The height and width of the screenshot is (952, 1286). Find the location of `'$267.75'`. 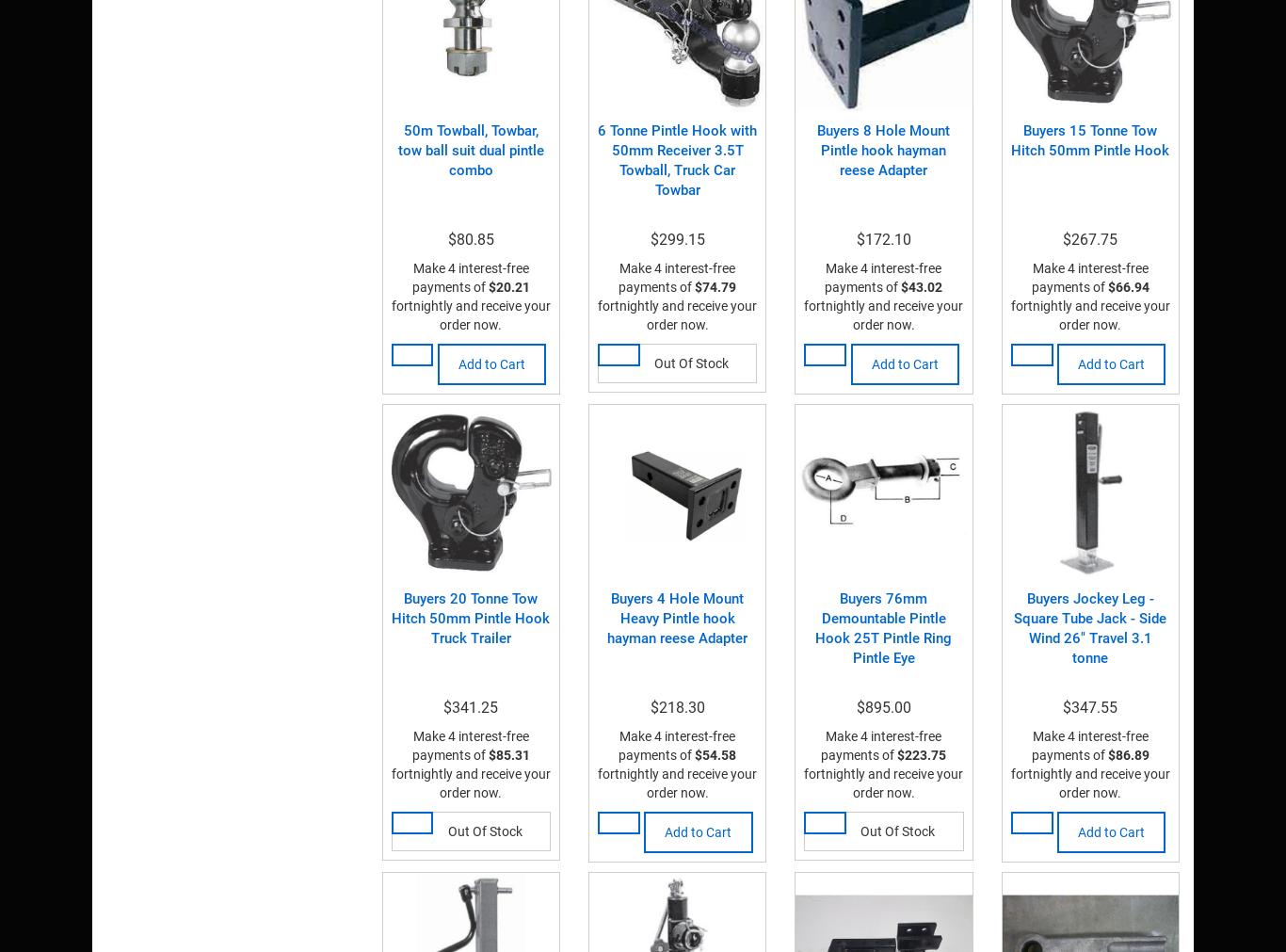

'$267.75' is located at coordinates (1089, 238).